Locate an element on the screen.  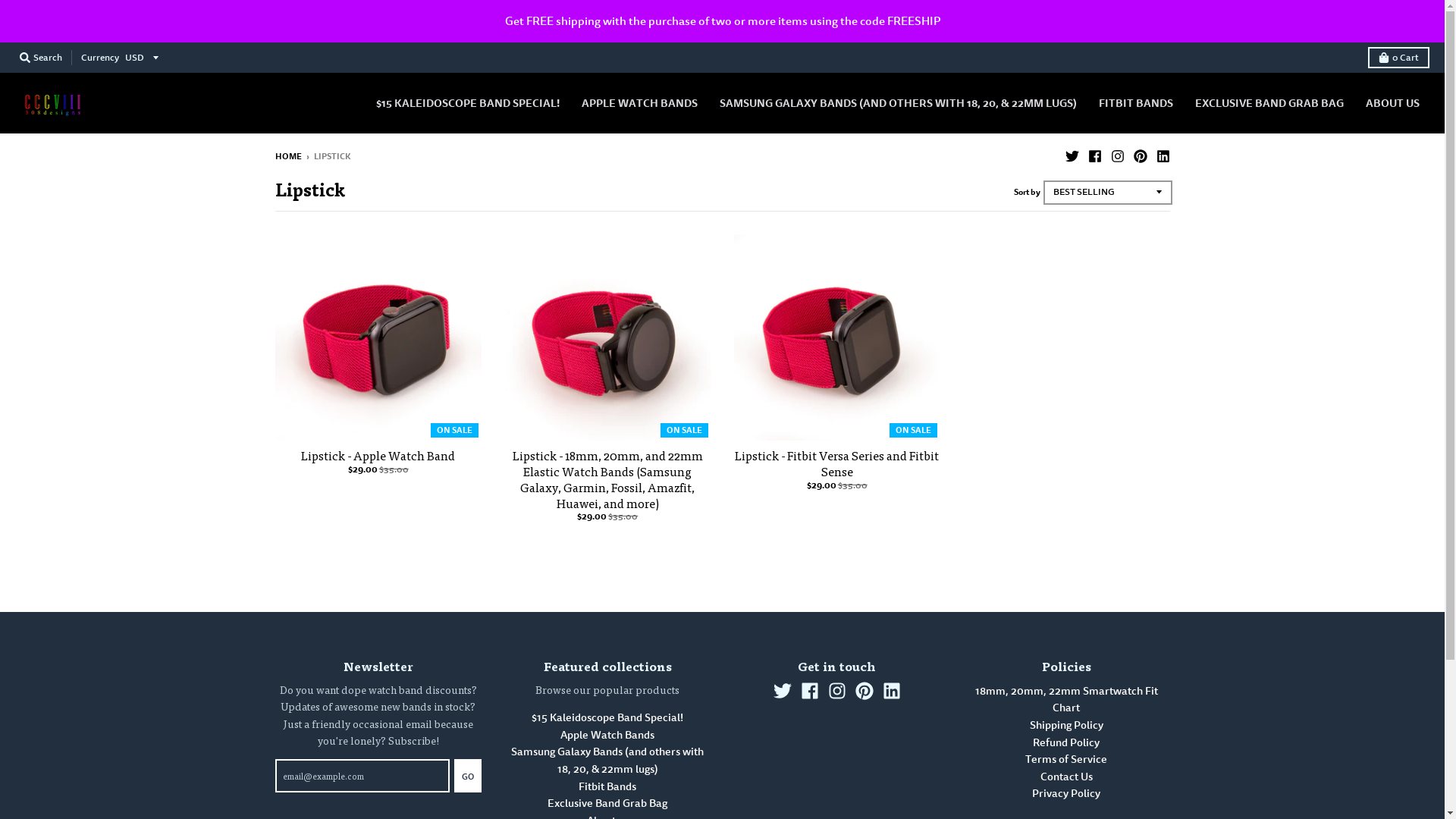
'Instagram - 308designs - CCCVIII' is located at coordinates (836, 690).